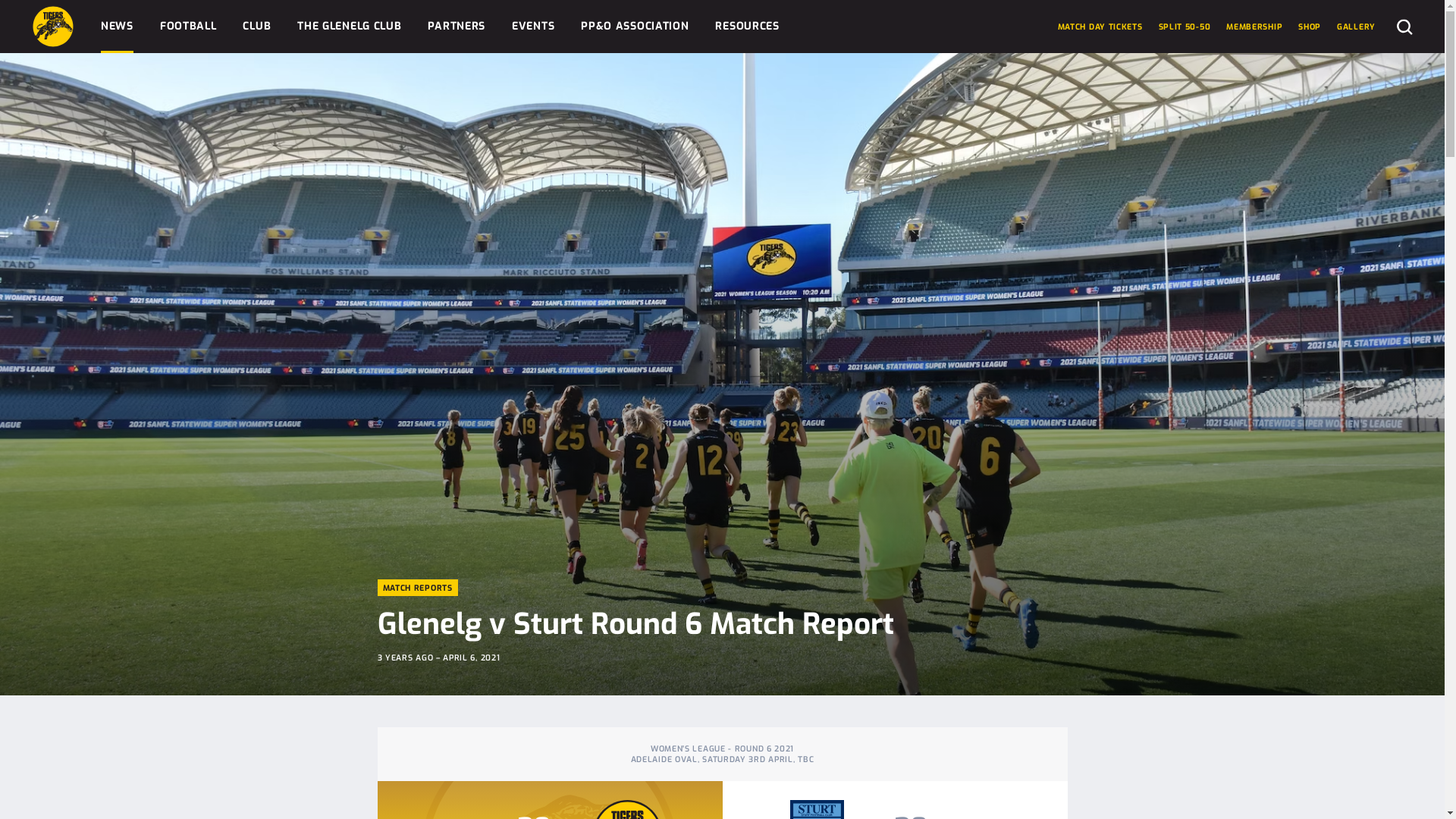 This screenshot has width=1456, height=819. I want to click on 'CLUB', so click(256, 26).